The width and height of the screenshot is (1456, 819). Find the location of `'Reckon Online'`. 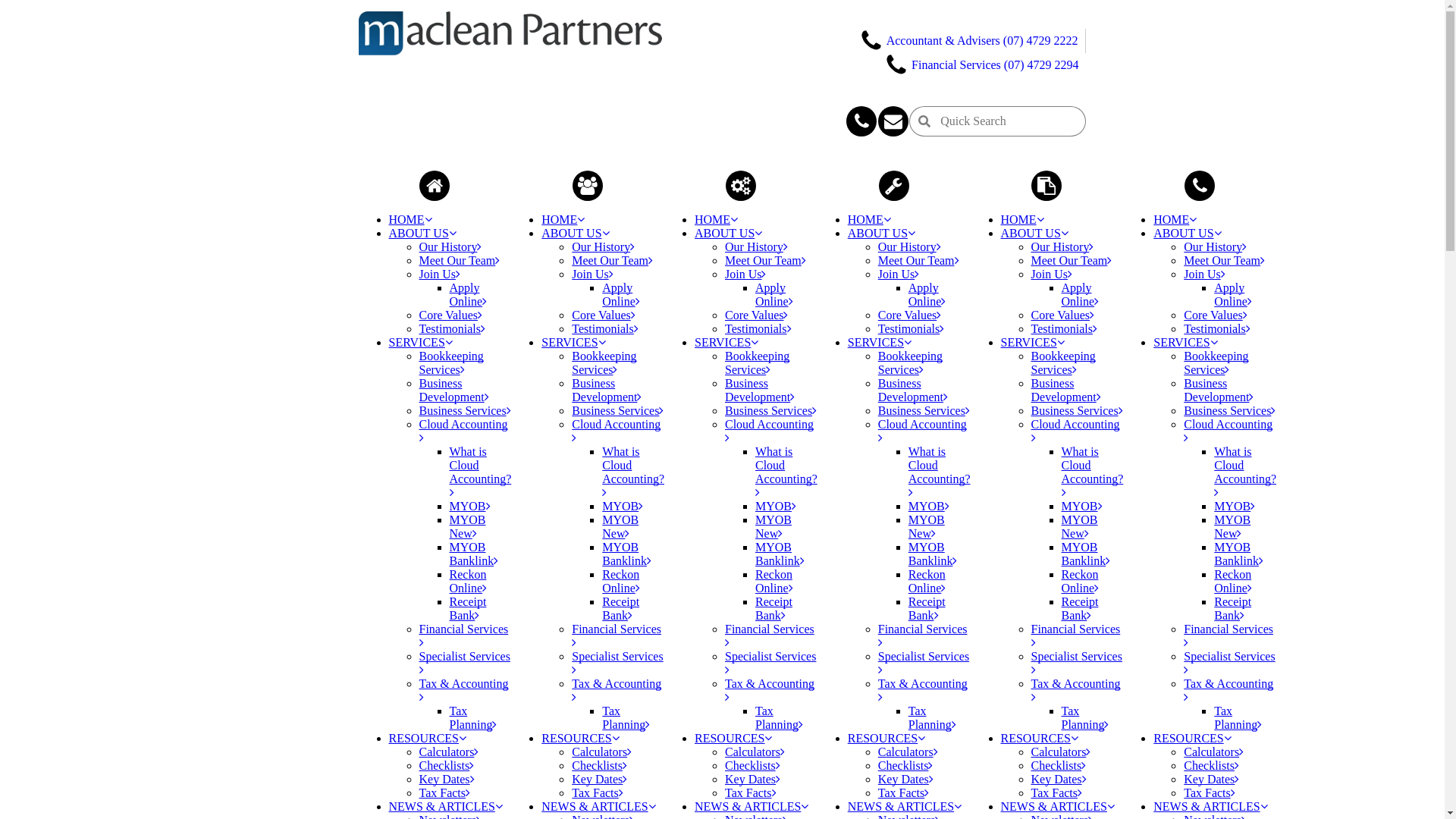

'Reckon Online' is located at coordinates (621, 580).